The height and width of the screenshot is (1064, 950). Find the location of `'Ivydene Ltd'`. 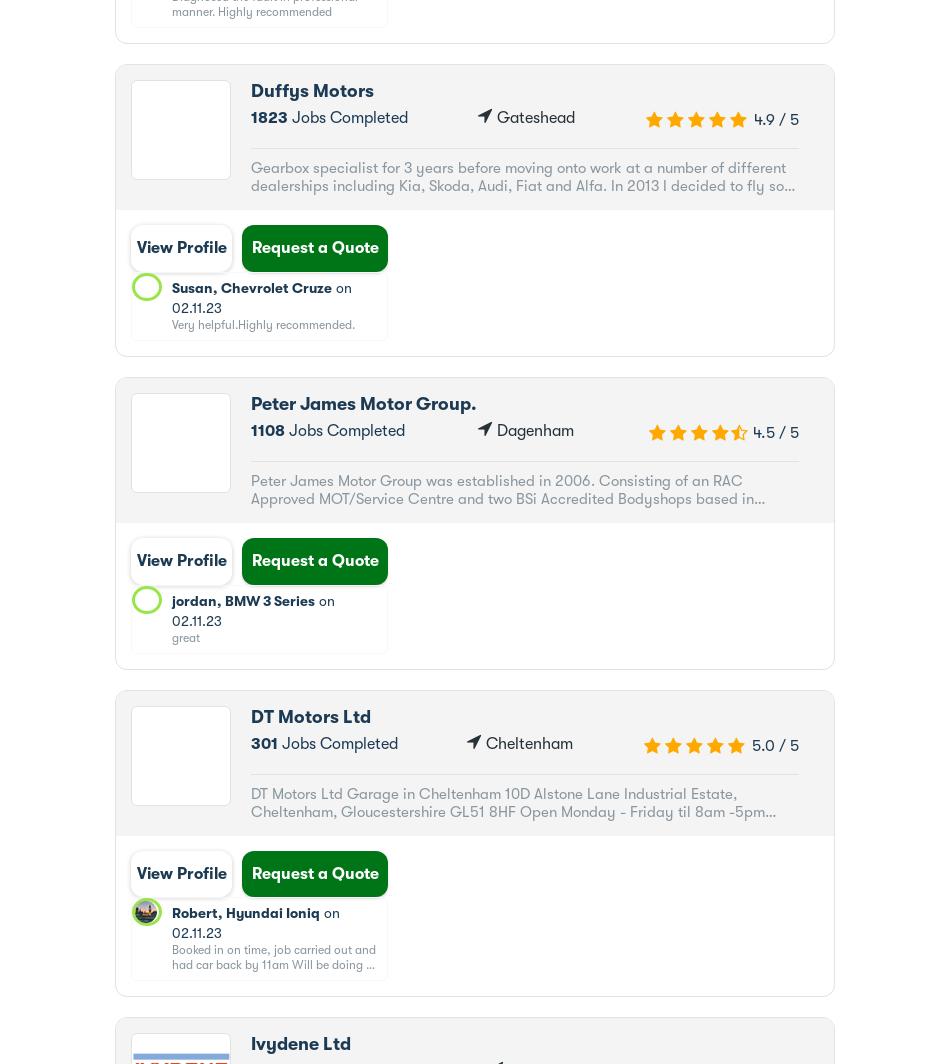

'Ivydene Ltd' is located at coordinates (249, 1043).